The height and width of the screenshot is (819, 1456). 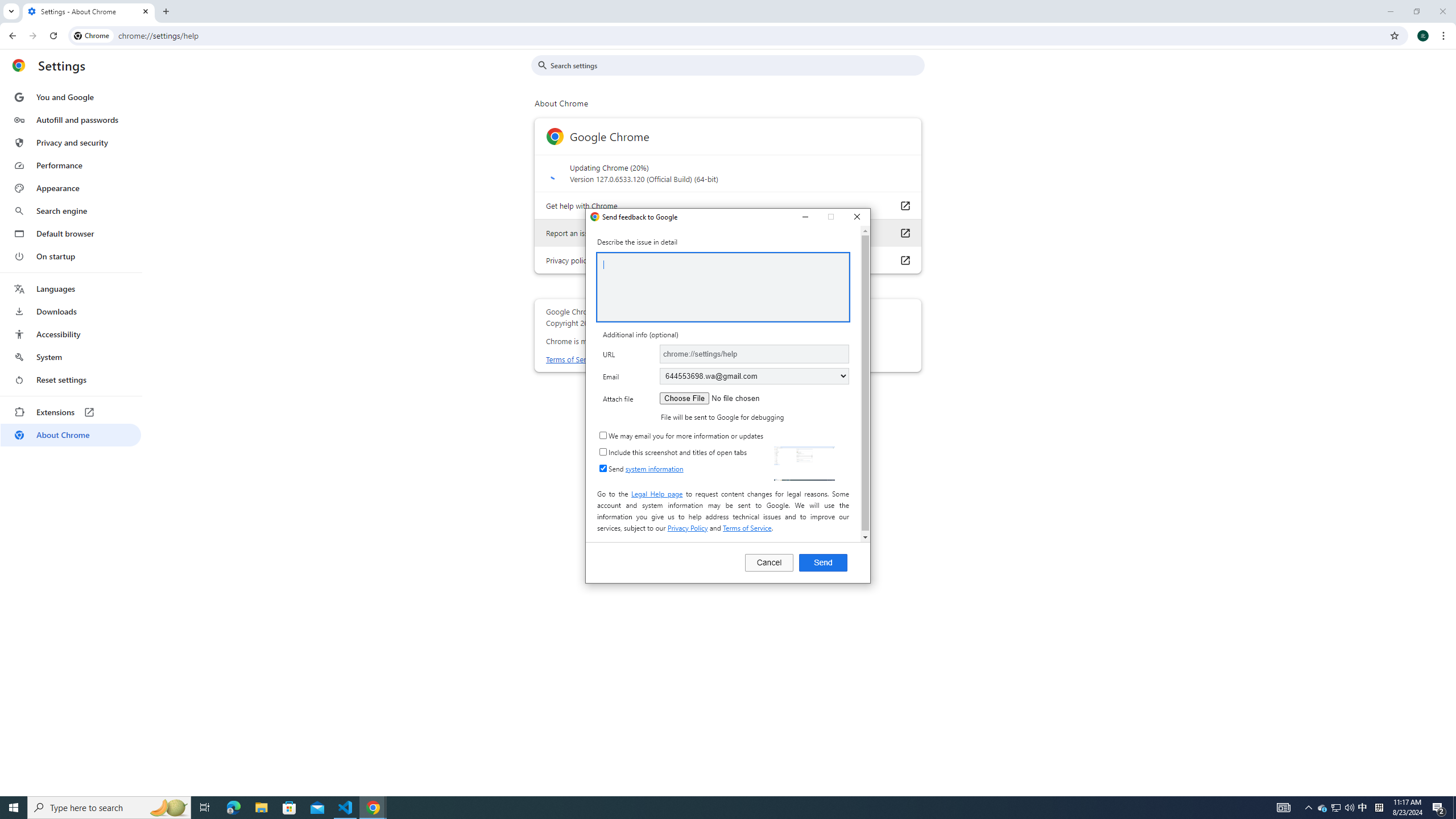 What do you see at coordinates (754, 353) in the screenshot?
I see `'URL'` at bounding box center [754, 353].